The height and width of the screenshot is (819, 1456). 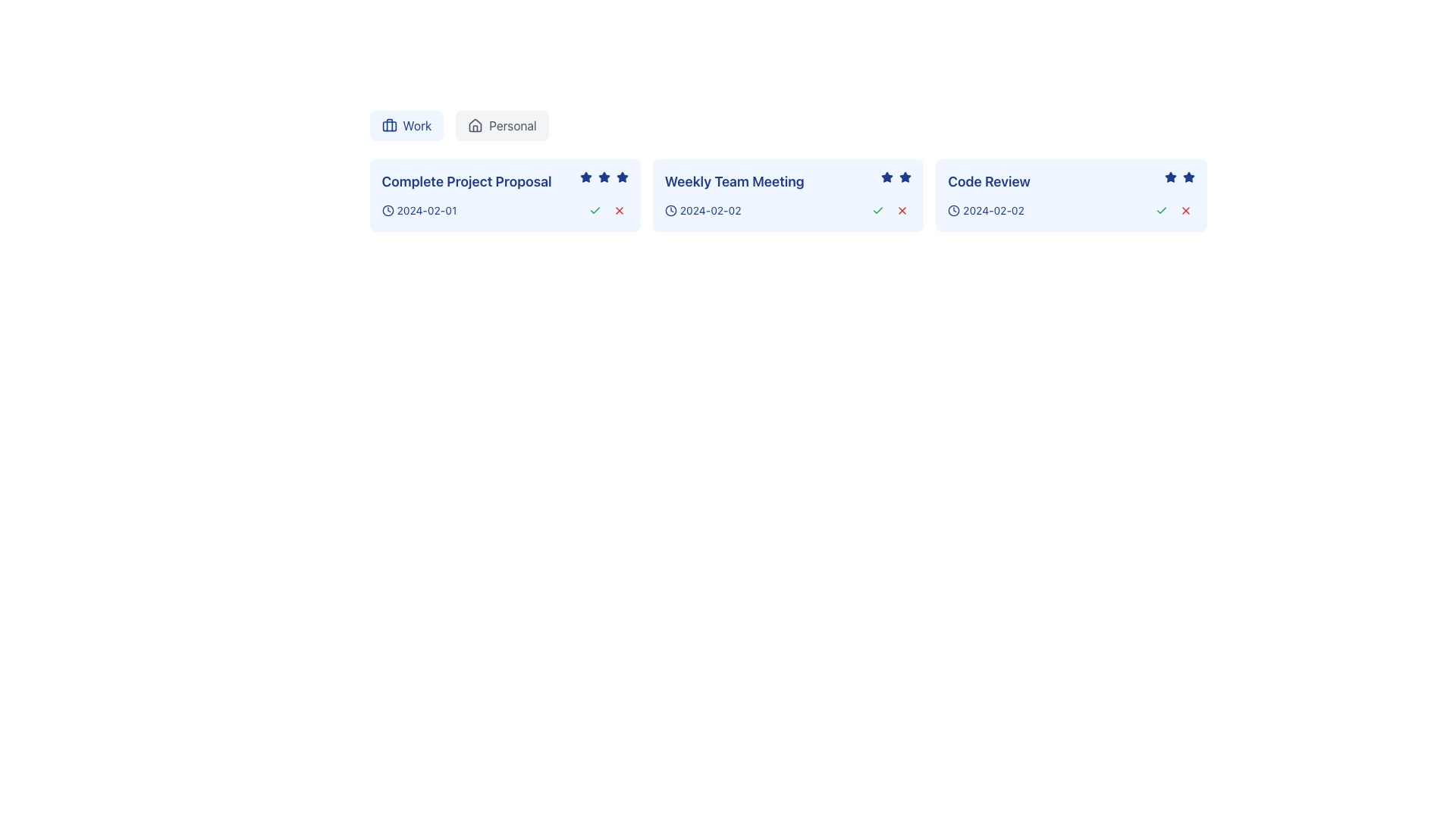 I want to click on the visual marker icon located at the top-right corner of the 'Code Review' card, so click(x=1187, y=175).